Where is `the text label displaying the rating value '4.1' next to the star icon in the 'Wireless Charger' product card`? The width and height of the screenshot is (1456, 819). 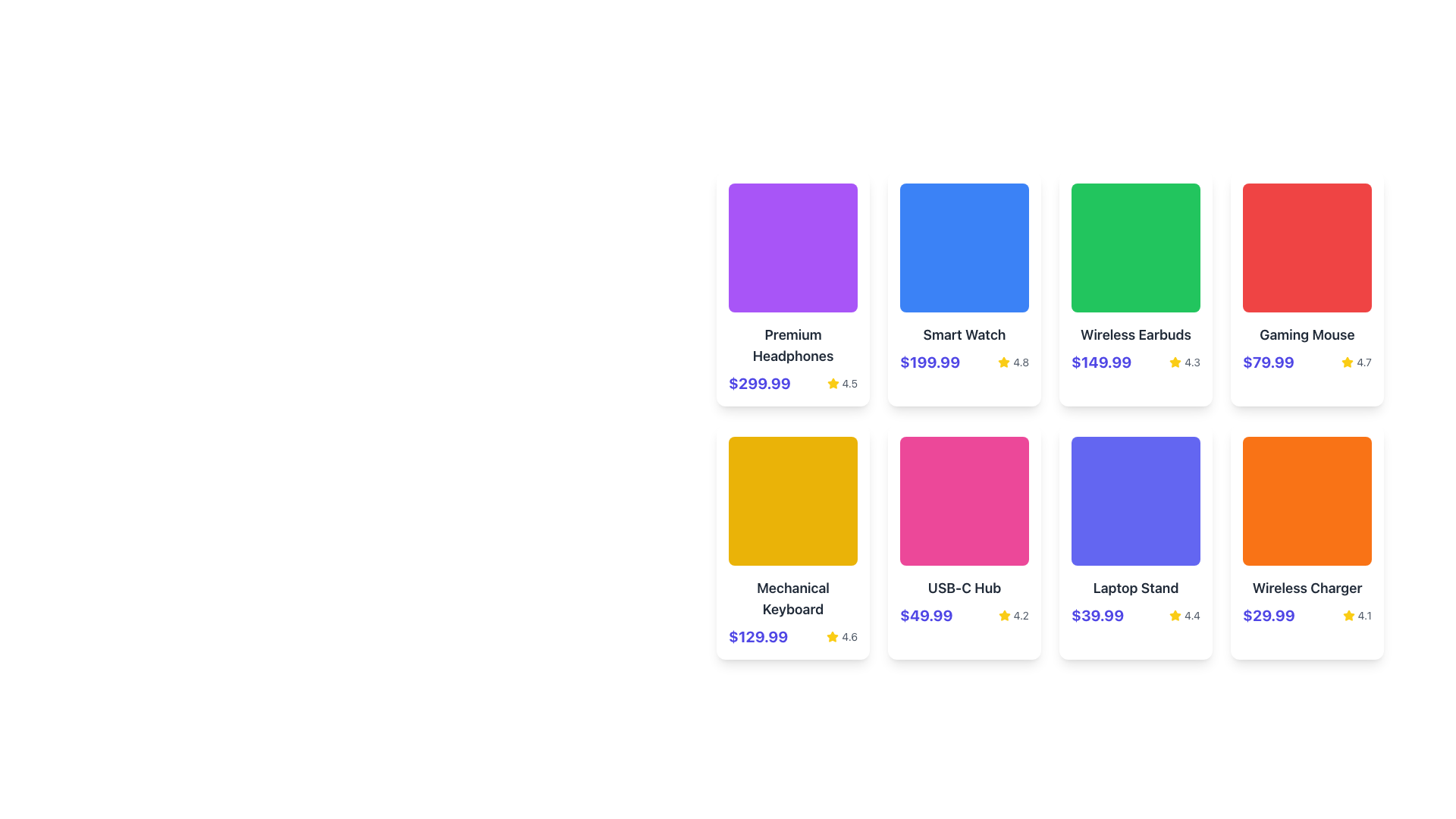 the text label displaying the rating value '4.1' next to the star icon in the 'Wireless Charger' product card is located at coordinates (1364, 616).